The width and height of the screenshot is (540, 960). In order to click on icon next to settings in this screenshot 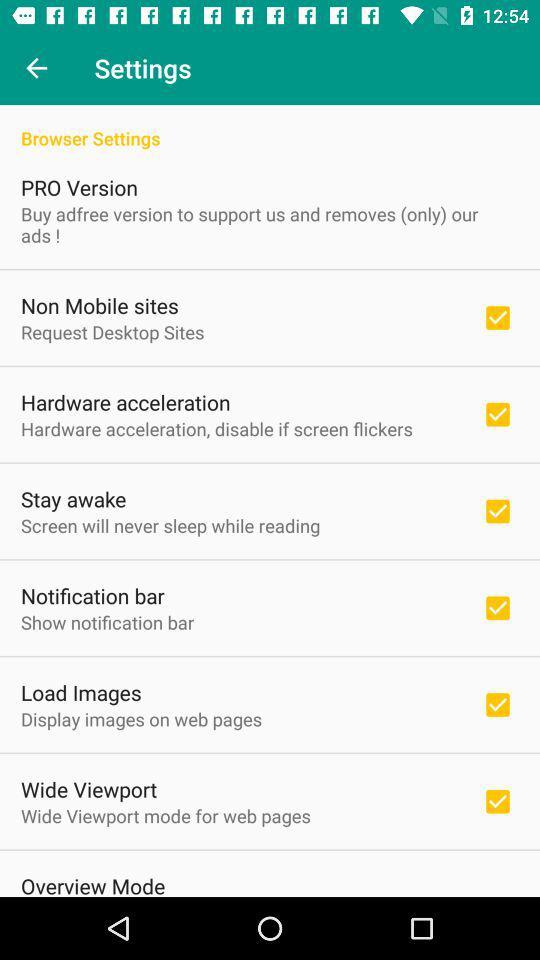, I will do `click(36, 68)`.